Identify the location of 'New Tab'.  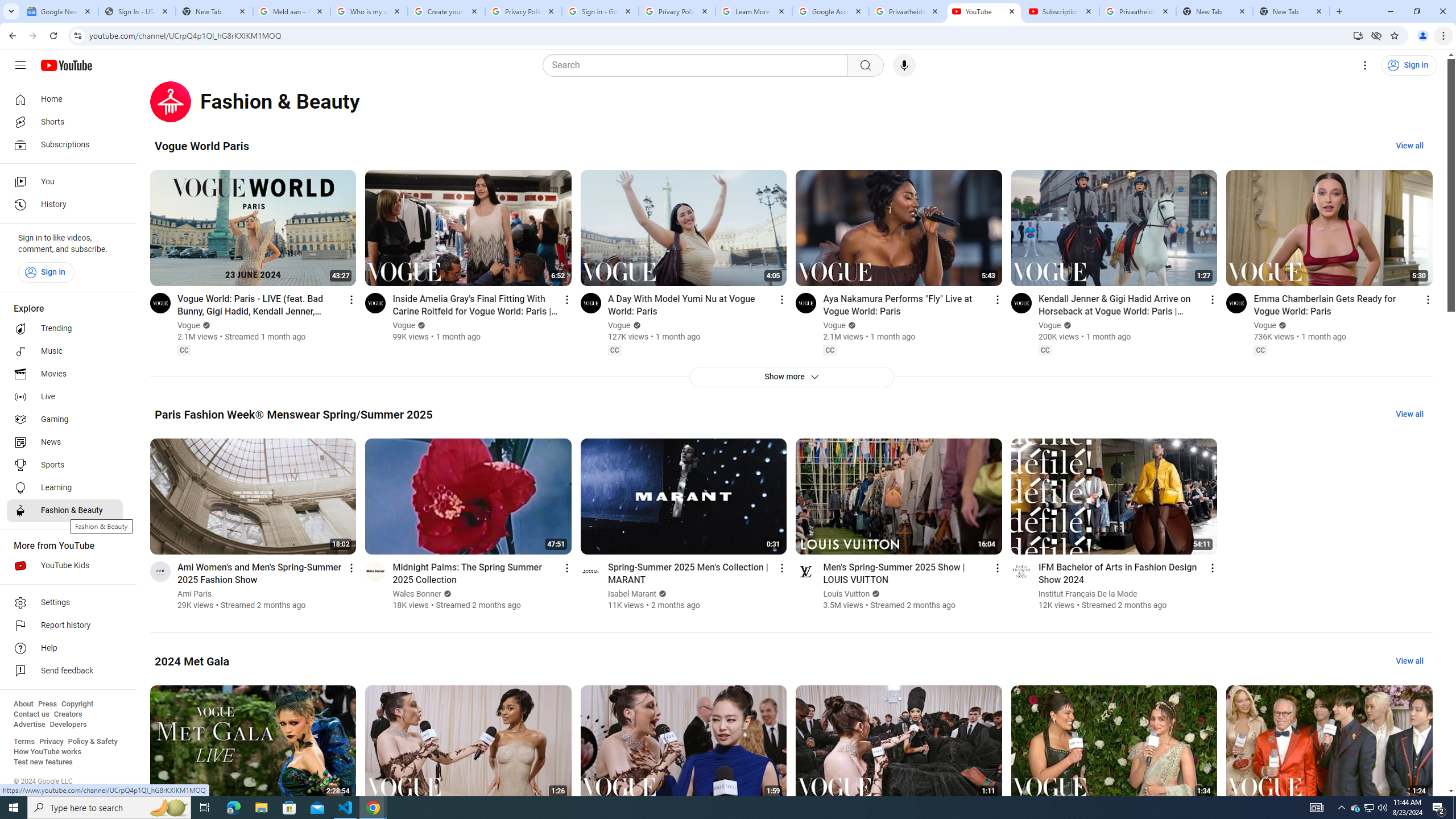
(1291, 11).